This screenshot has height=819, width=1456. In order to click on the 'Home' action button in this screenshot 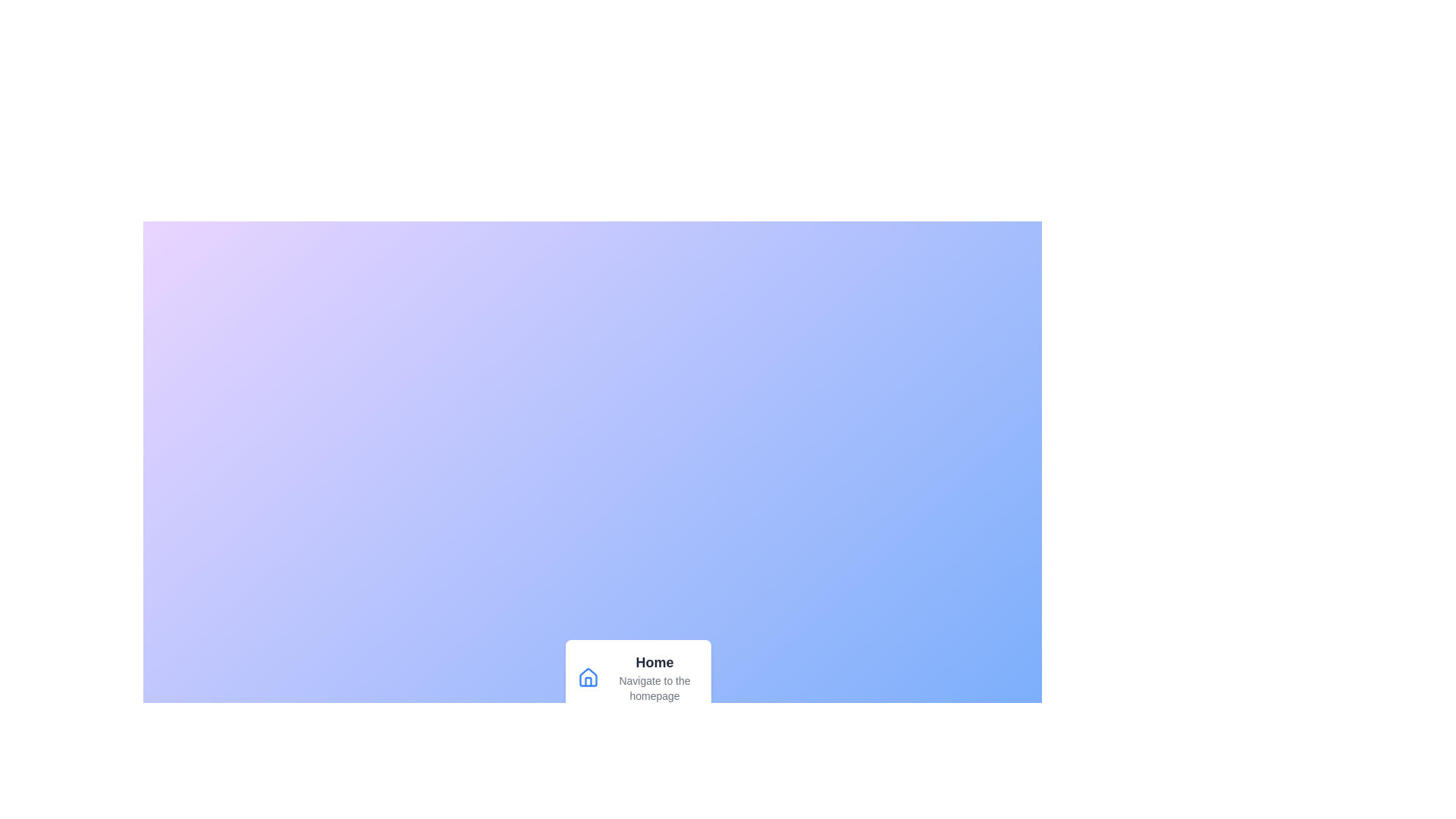, I will do `click(638, 677)`.